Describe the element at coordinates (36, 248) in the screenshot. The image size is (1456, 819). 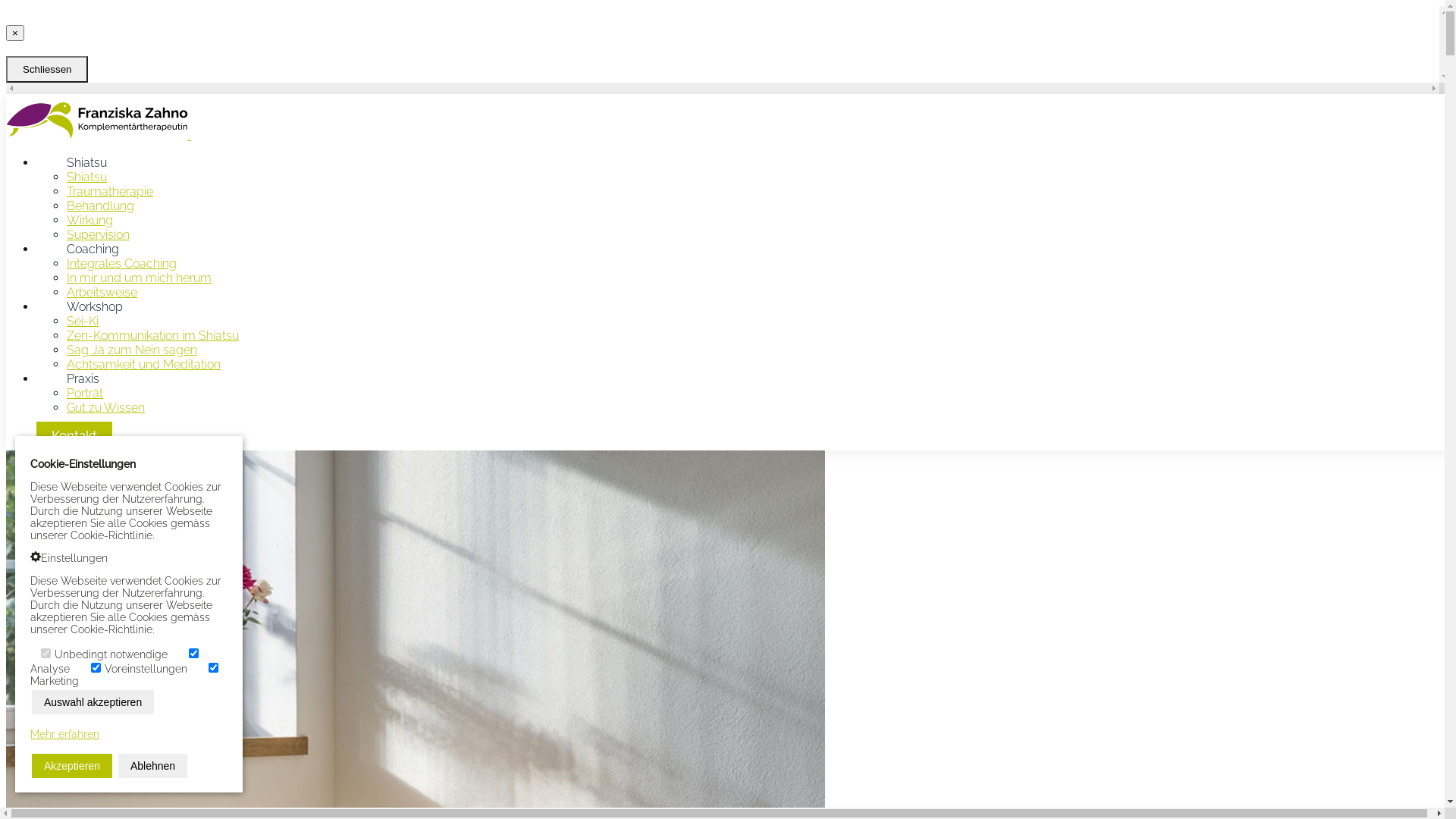
I see `'Coaching'` at that location.